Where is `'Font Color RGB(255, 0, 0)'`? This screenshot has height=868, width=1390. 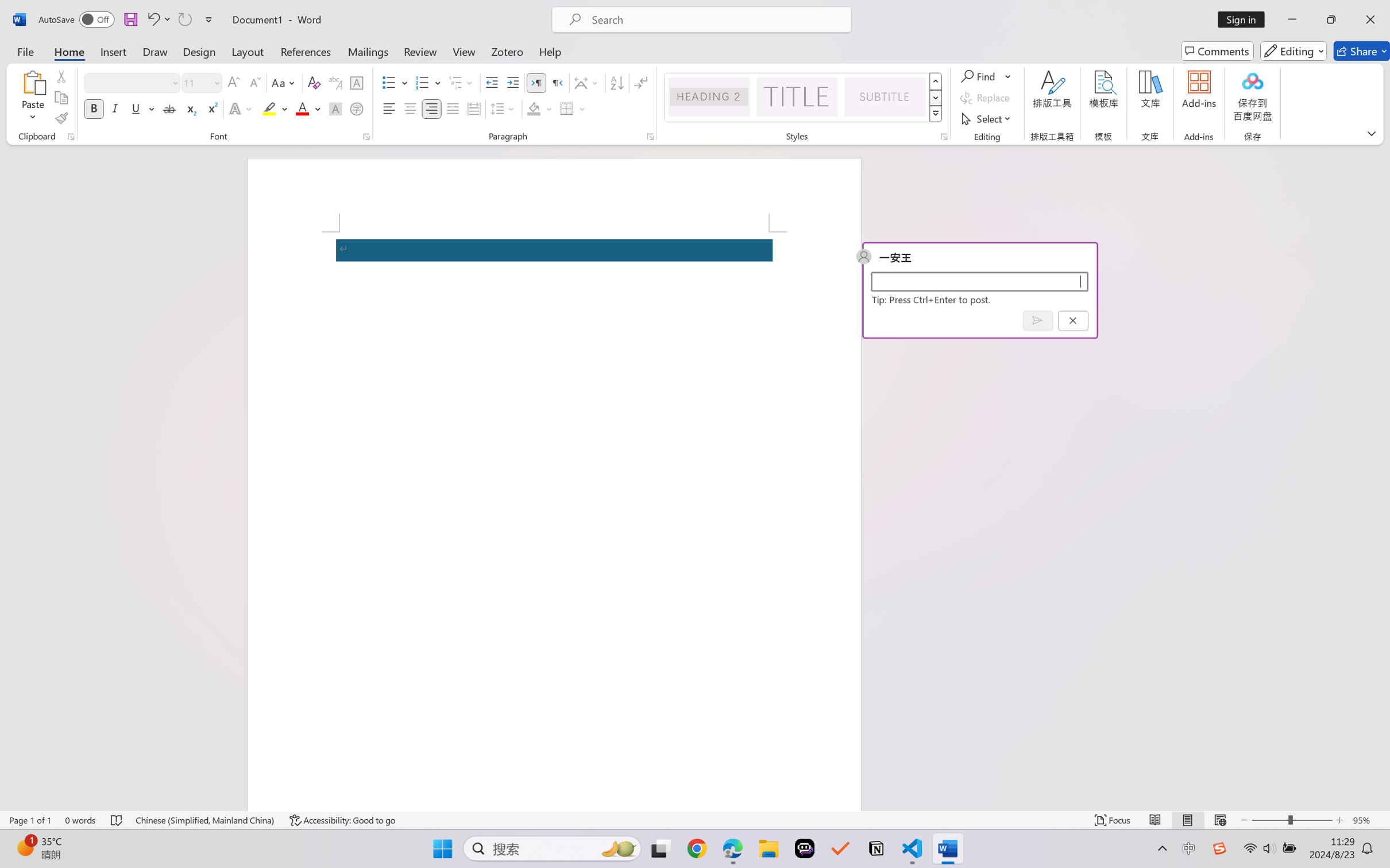 'Font Color RGB(255, 0, 0)' is located at coordinates (303, 108).